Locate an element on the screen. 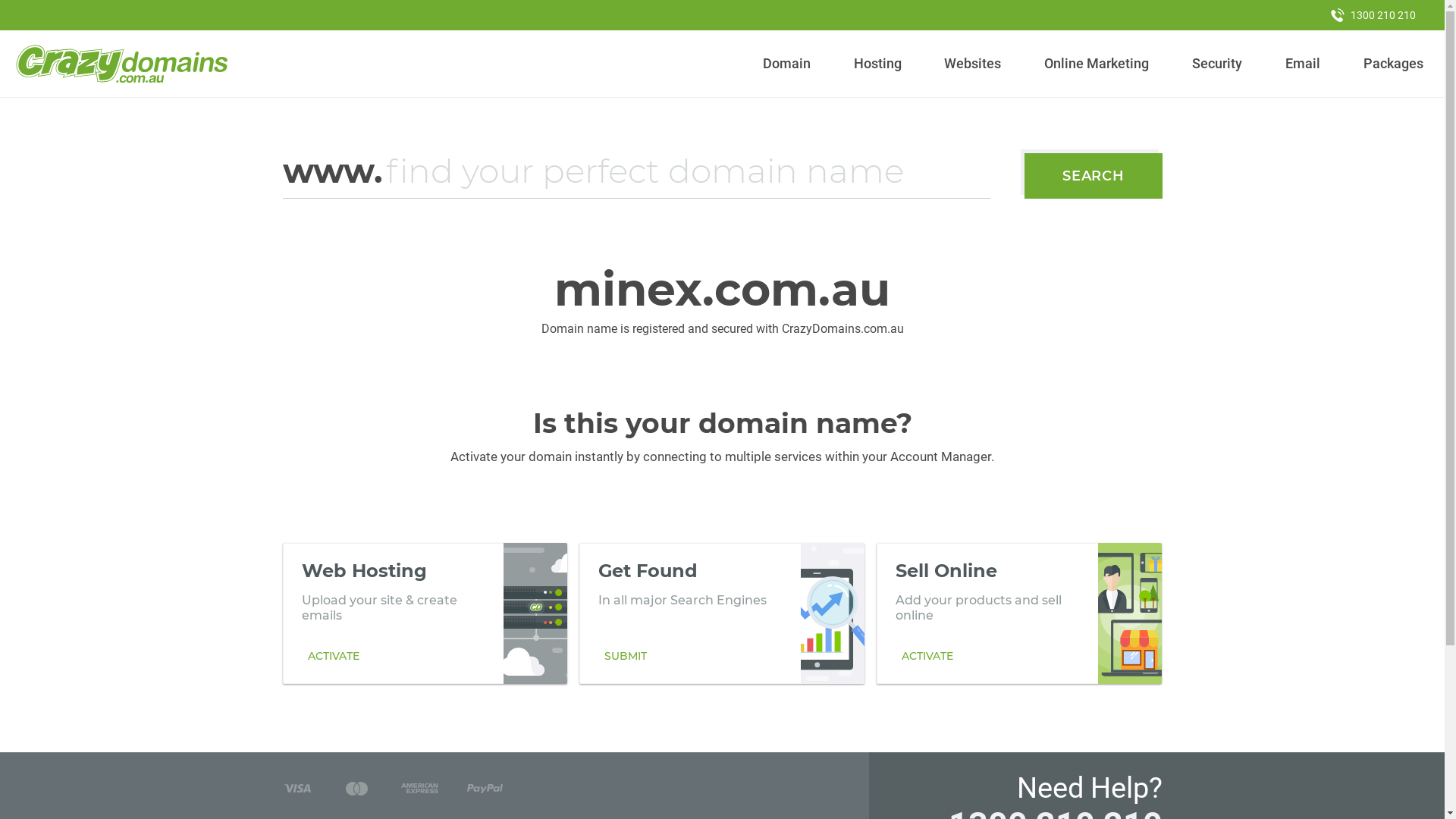 The image size is (1456, 819). 'Get Found is located at coordinates (720, 613).